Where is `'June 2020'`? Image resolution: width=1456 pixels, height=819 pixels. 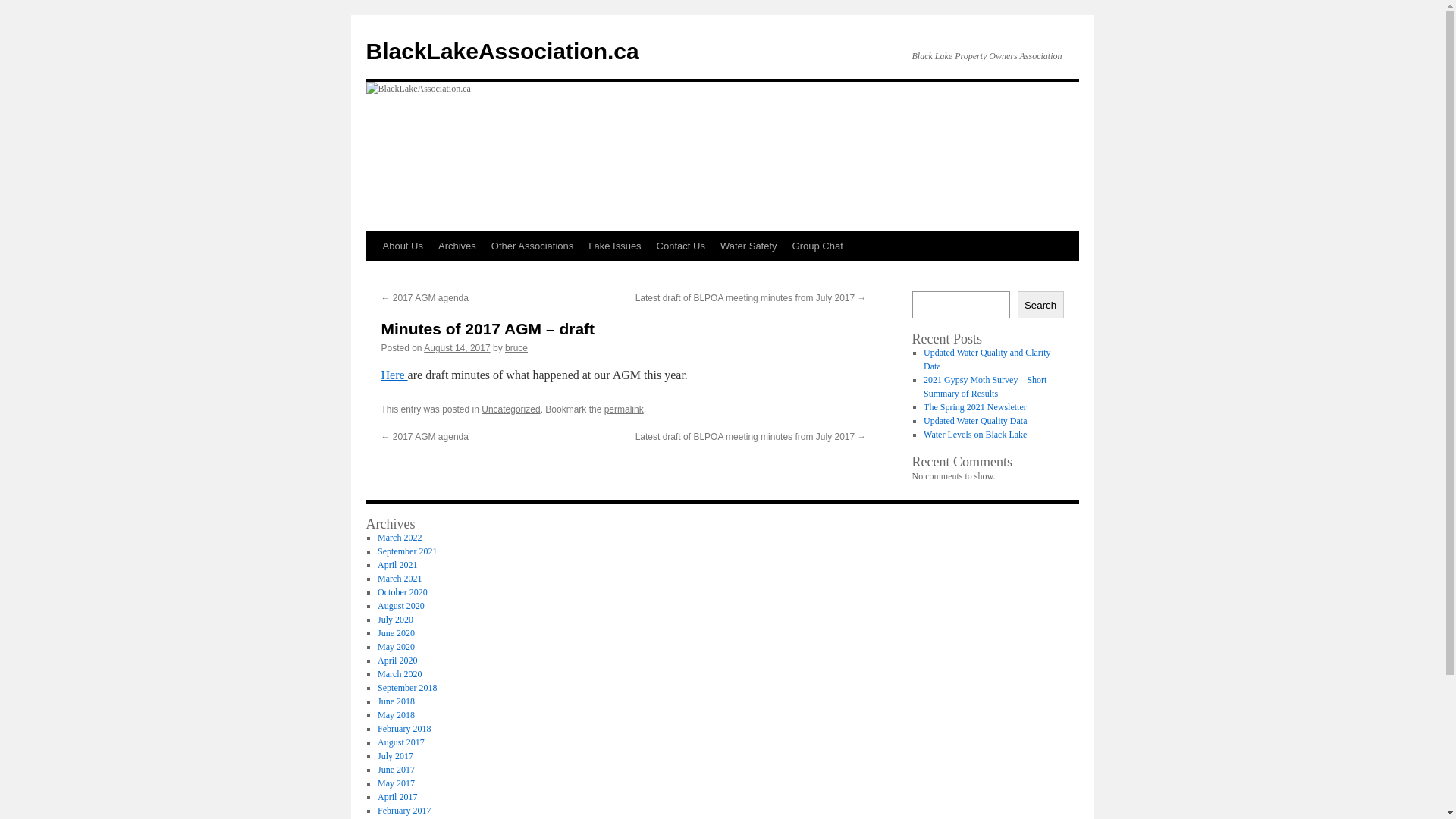 'June 2020' is located at coordinates (396, 632).